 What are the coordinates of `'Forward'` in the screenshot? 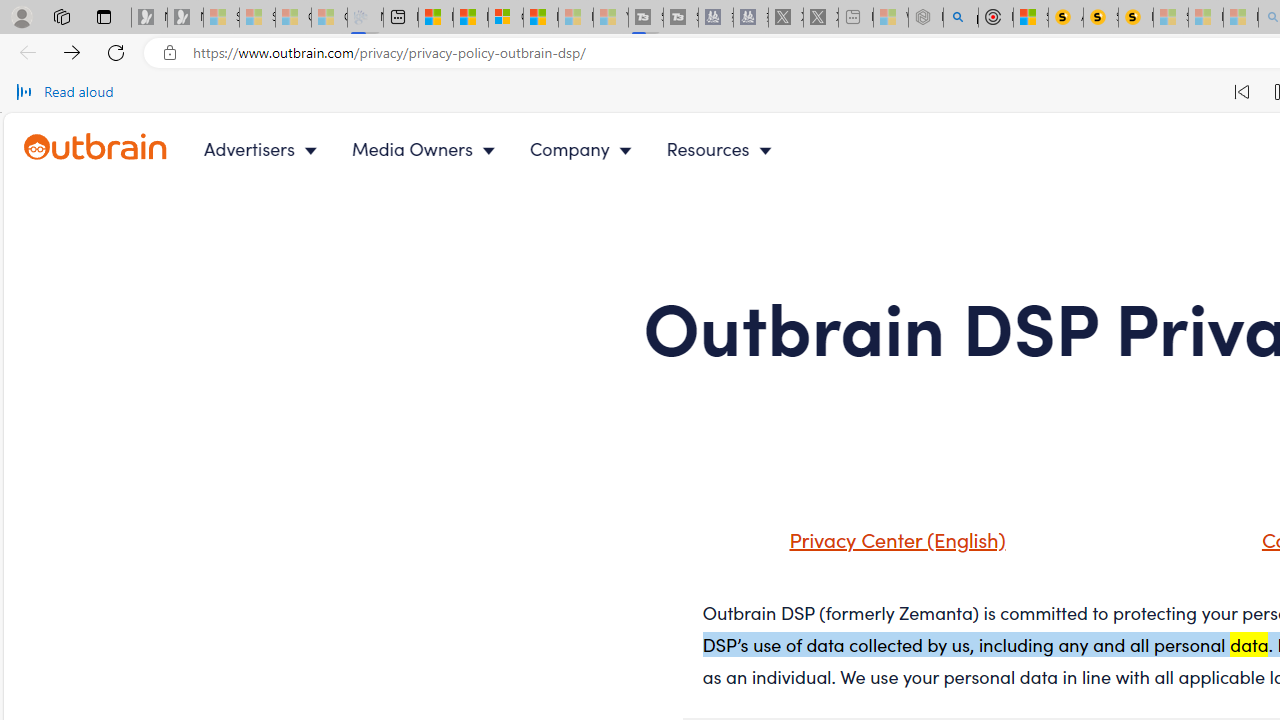 It's located at (72, 51).